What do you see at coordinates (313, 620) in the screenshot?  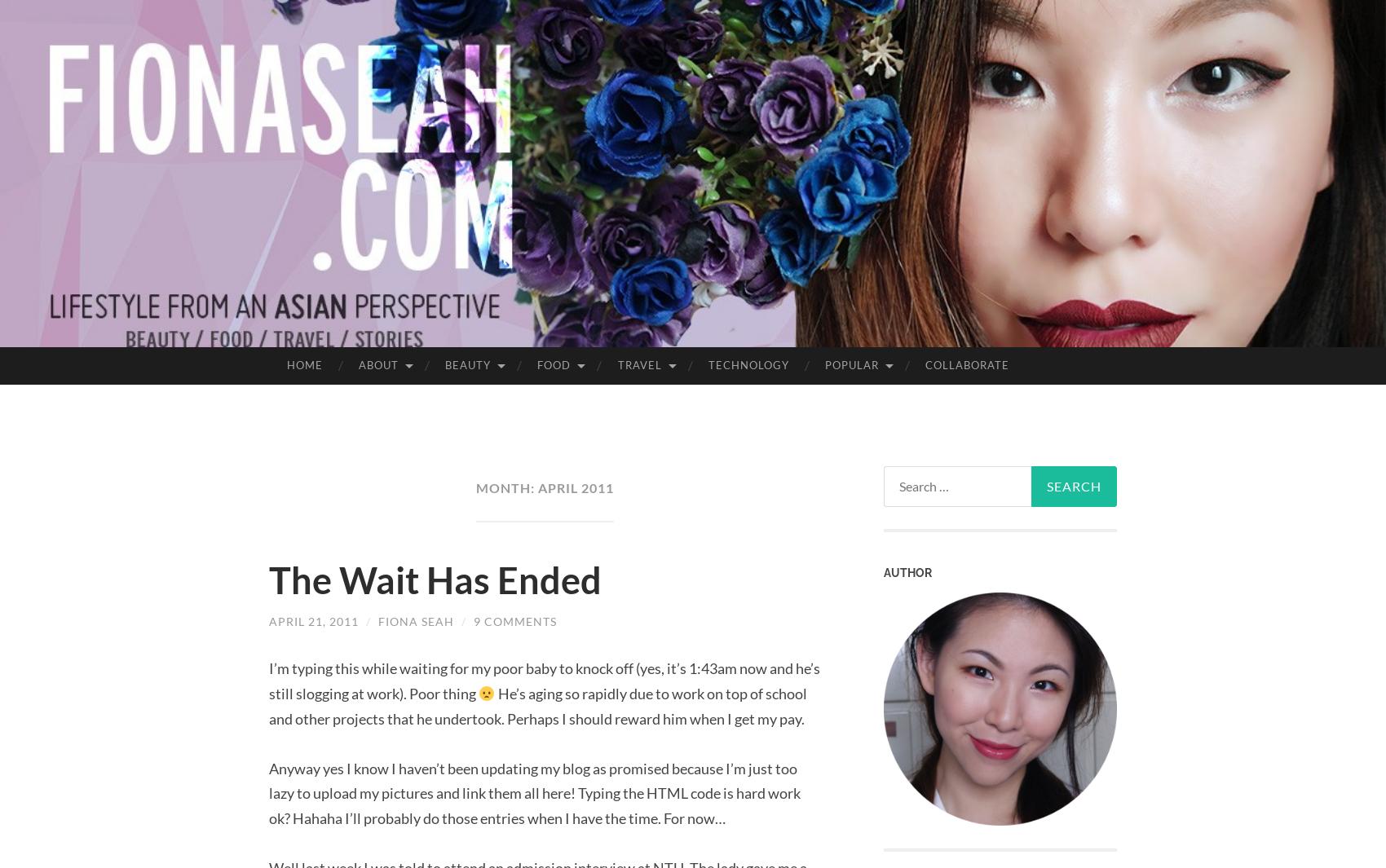 I see `'April 21, 2011'` at bounding box center [313, 620].